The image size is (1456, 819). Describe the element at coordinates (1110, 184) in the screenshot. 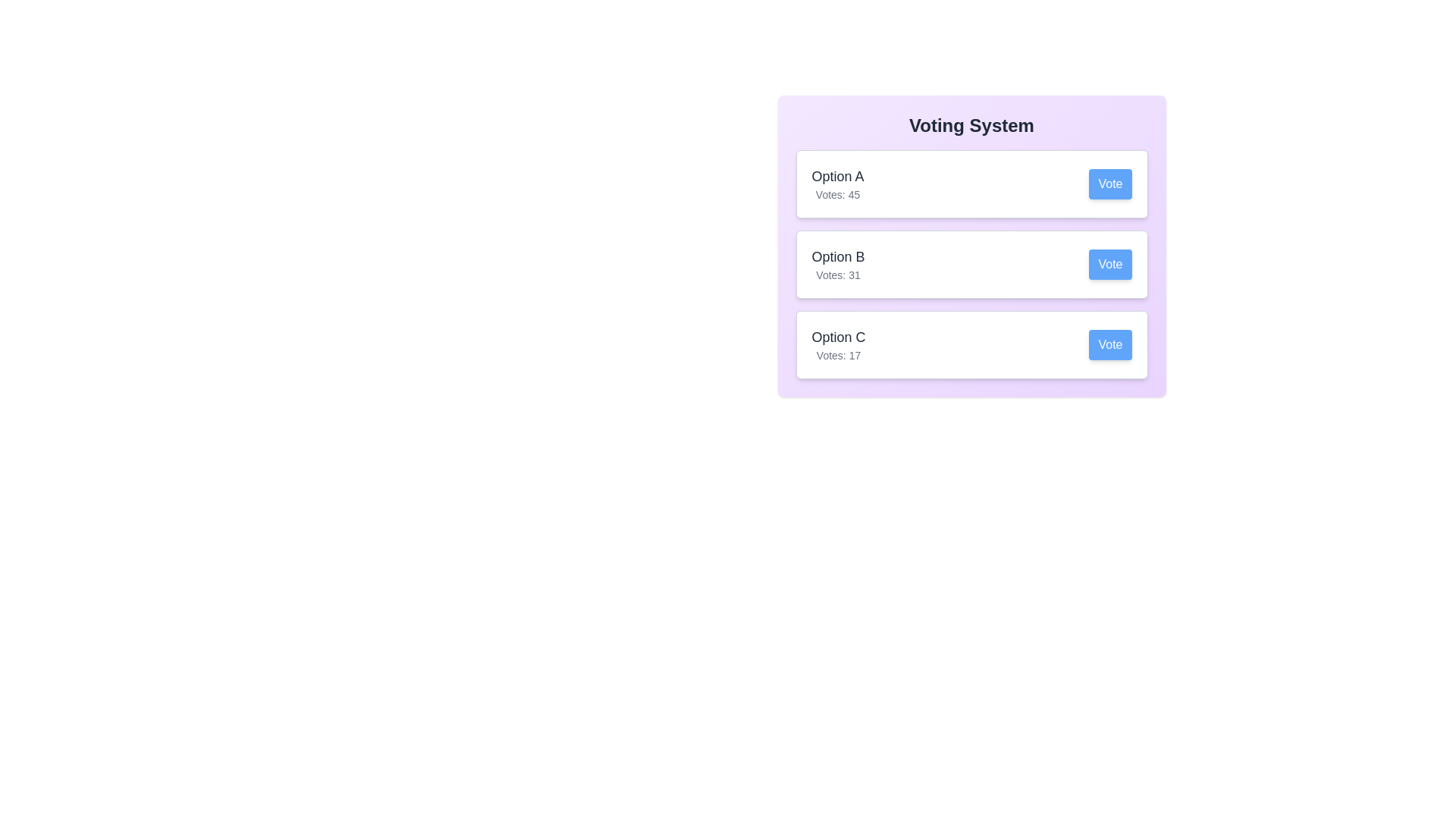

I see `the voting button for option A` at that location.